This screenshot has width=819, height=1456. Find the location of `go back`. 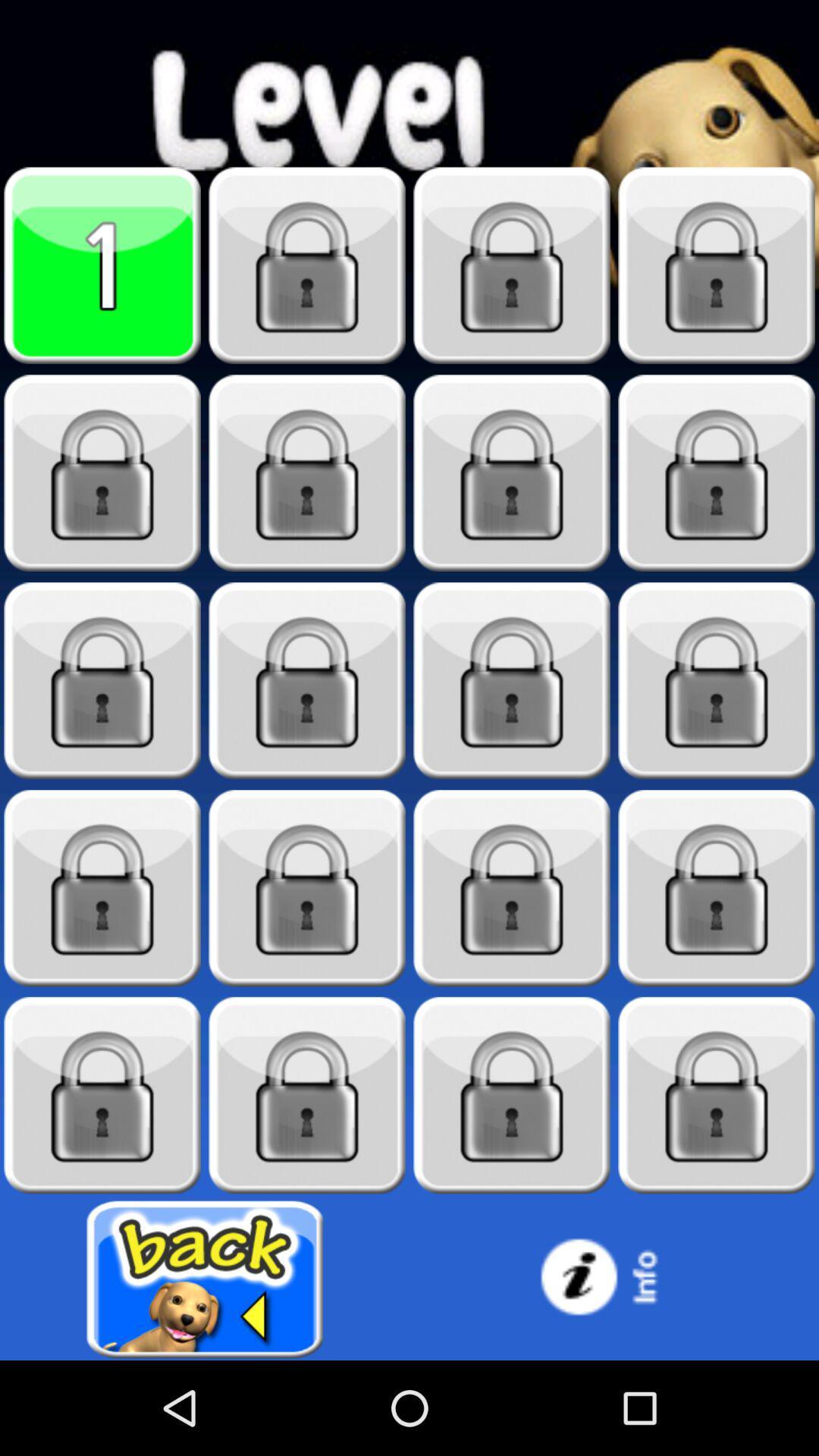

go back is located at coordinates (205, 1279).